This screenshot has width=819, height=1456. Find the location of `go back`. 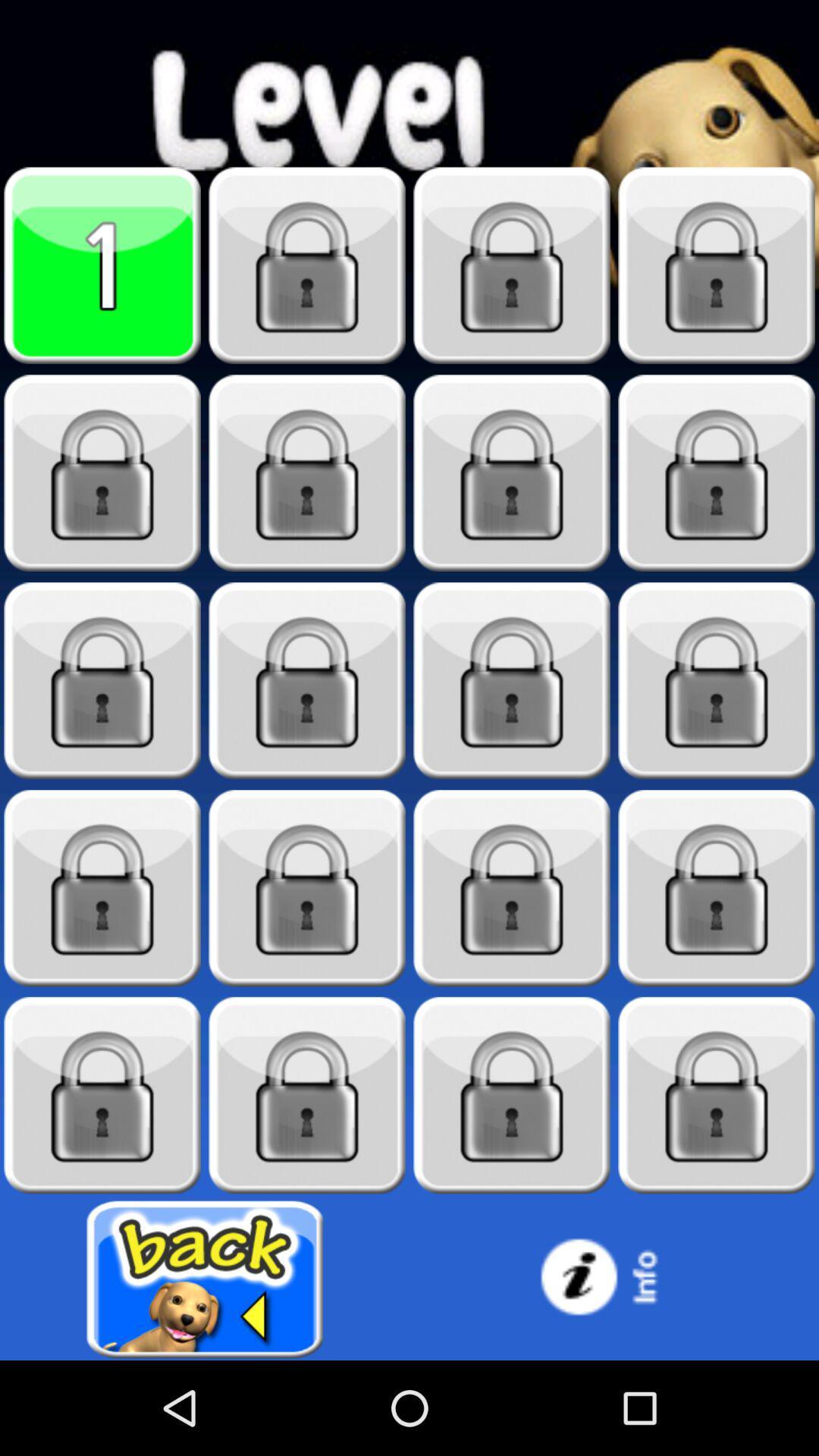

go back is located at coordinates (205, 1279).